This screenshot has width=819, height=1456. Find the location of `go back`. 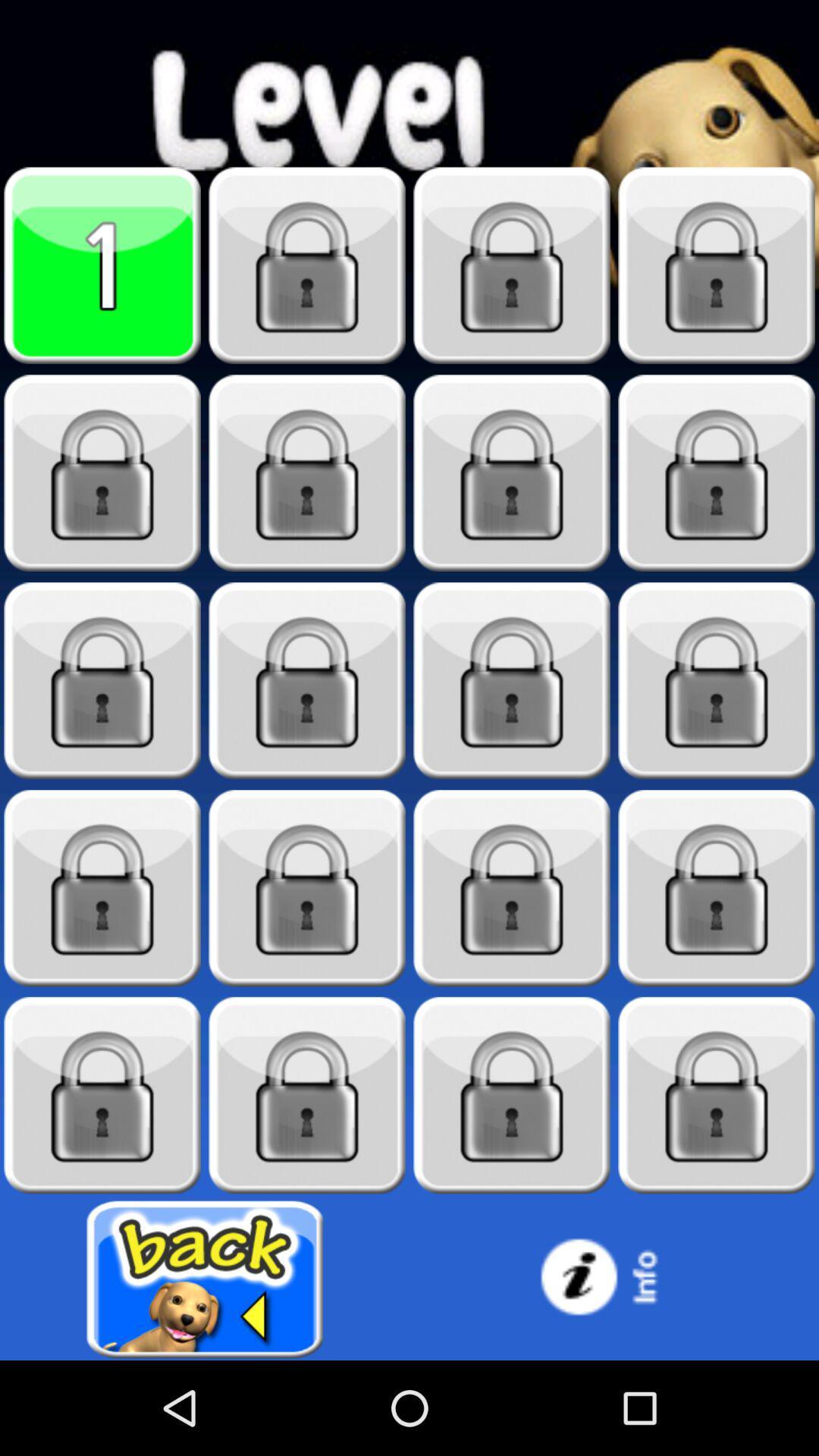

go back is located at coordinates (205, 1279).